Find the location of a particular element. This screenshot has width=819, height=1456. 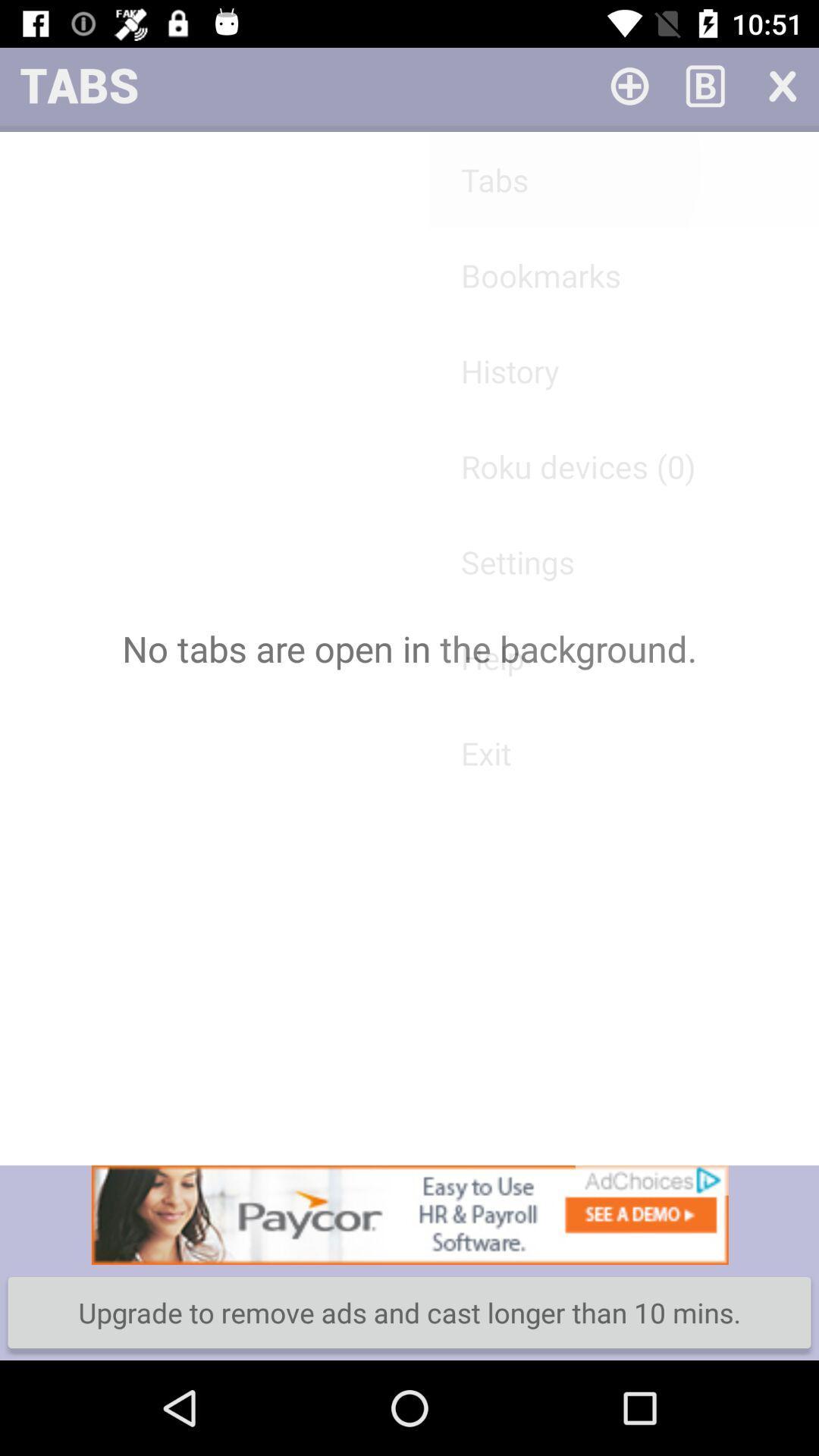

tab is located at coordinates (629, 84).